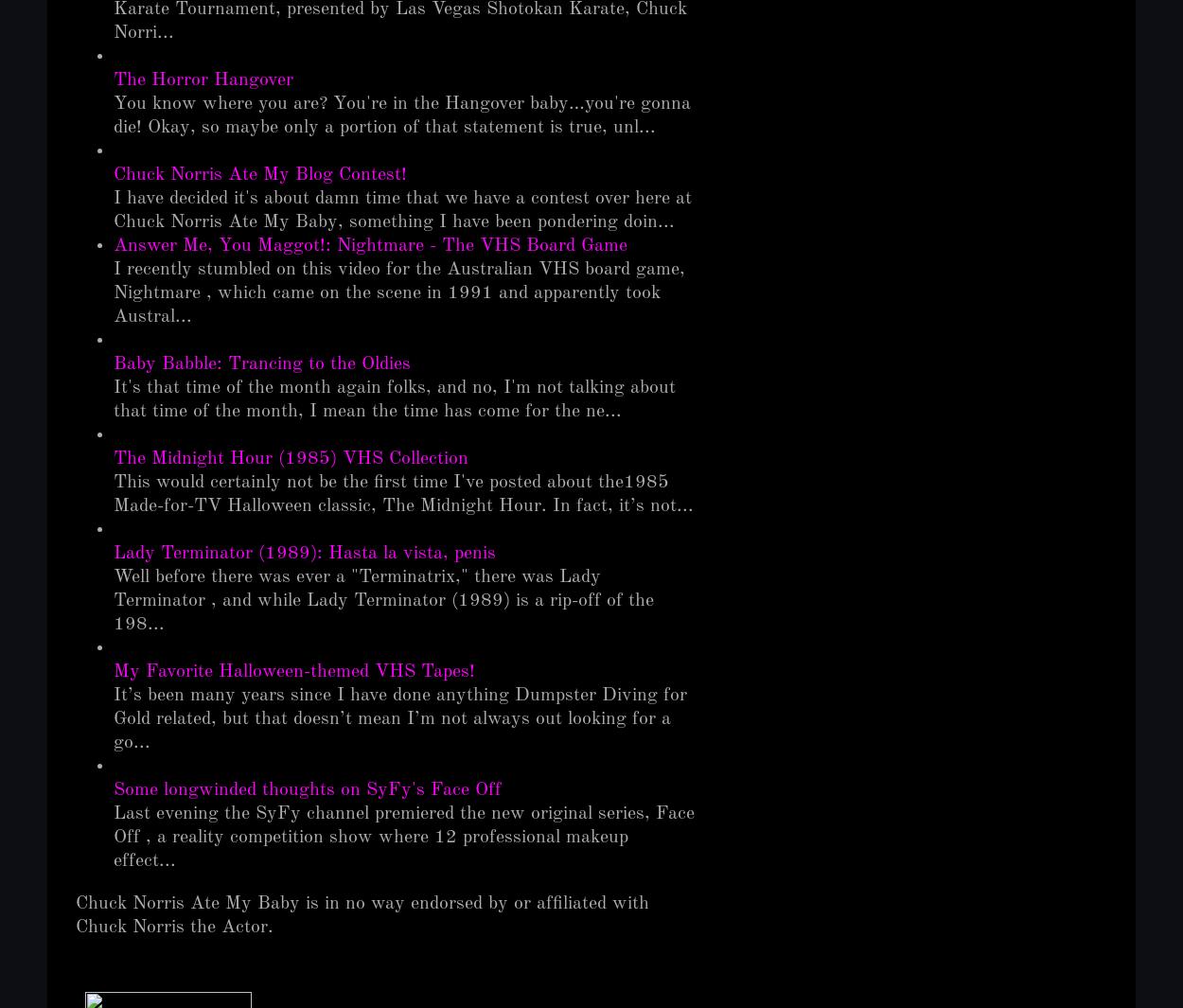 Image resolution: width=1183 pixels, height=1008 pixels. I want to click on 'Chuck Norris Ate My Baby is in no way endorsed by or affiliated with Chuck Norris the Actor.', so click(362, 914).